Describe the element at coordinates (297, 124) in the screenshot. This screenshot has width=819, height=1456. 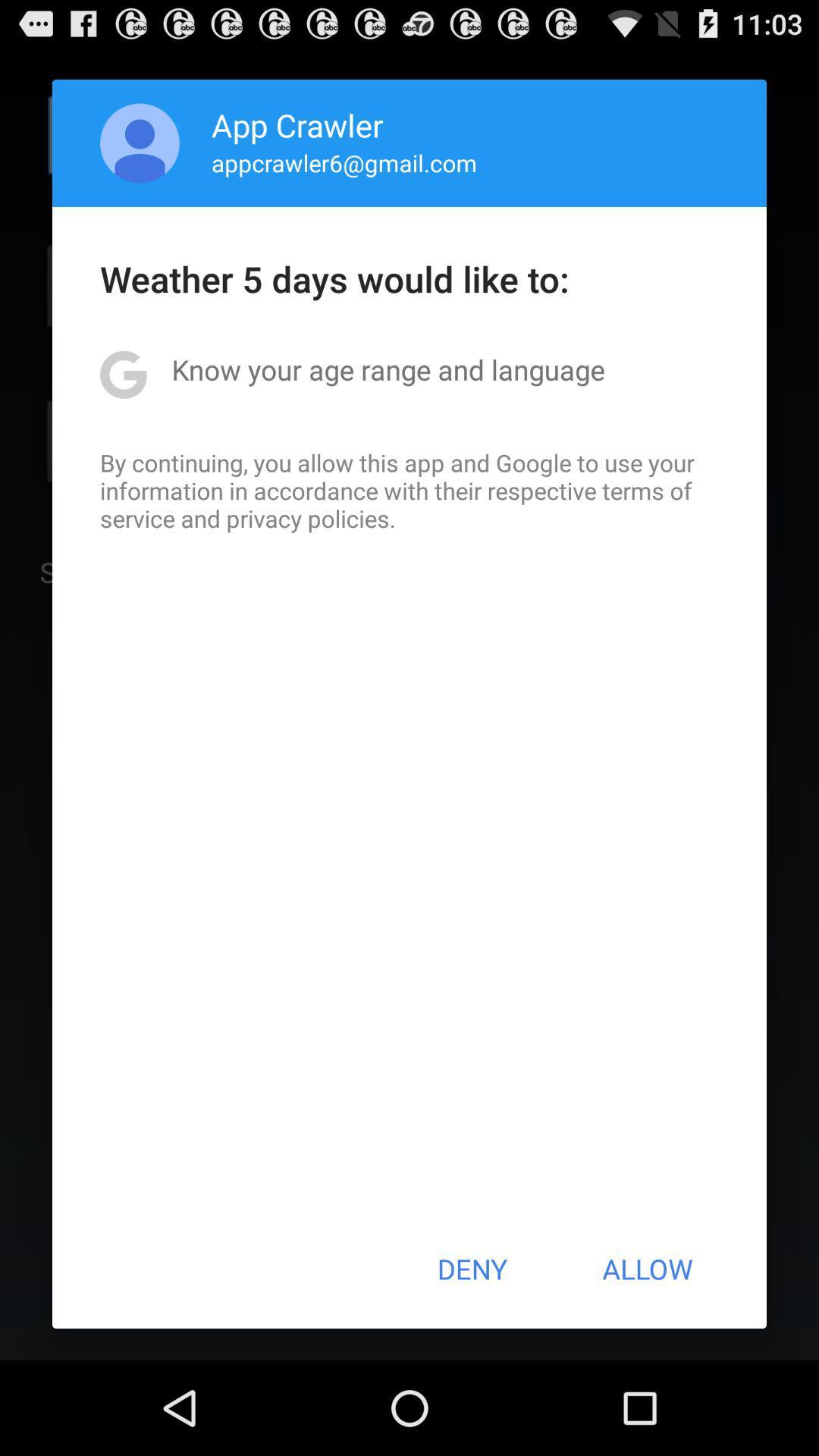
I see `app crawler app` at that location.